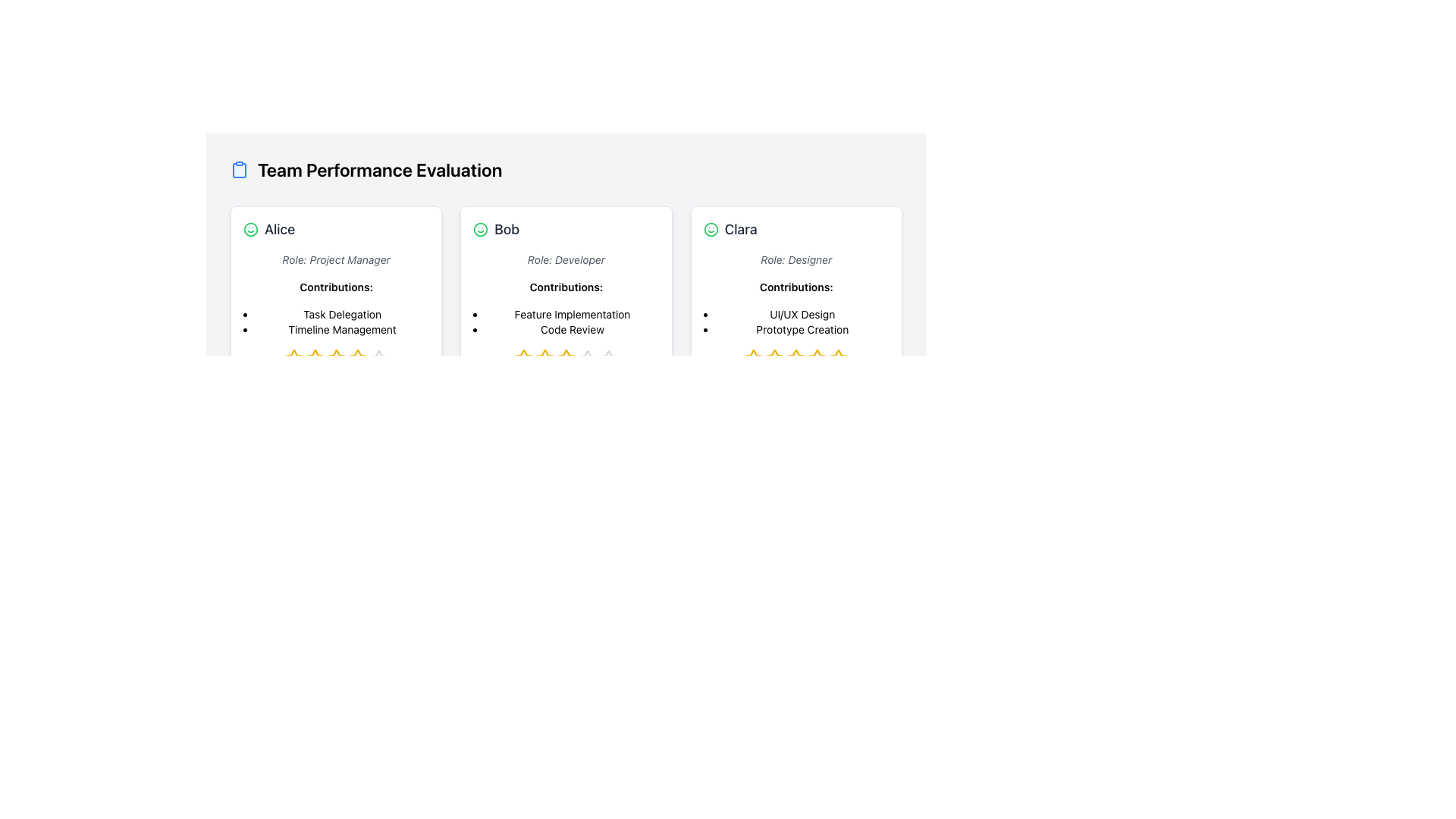  What do you see at coordinates (566, 359) in the screenshot?
I see `the interactive yellow star icon for rating, which is the fourth star in a row of five, positioned under the 'Bob' evaluation card` at bounding box center [566, 359].